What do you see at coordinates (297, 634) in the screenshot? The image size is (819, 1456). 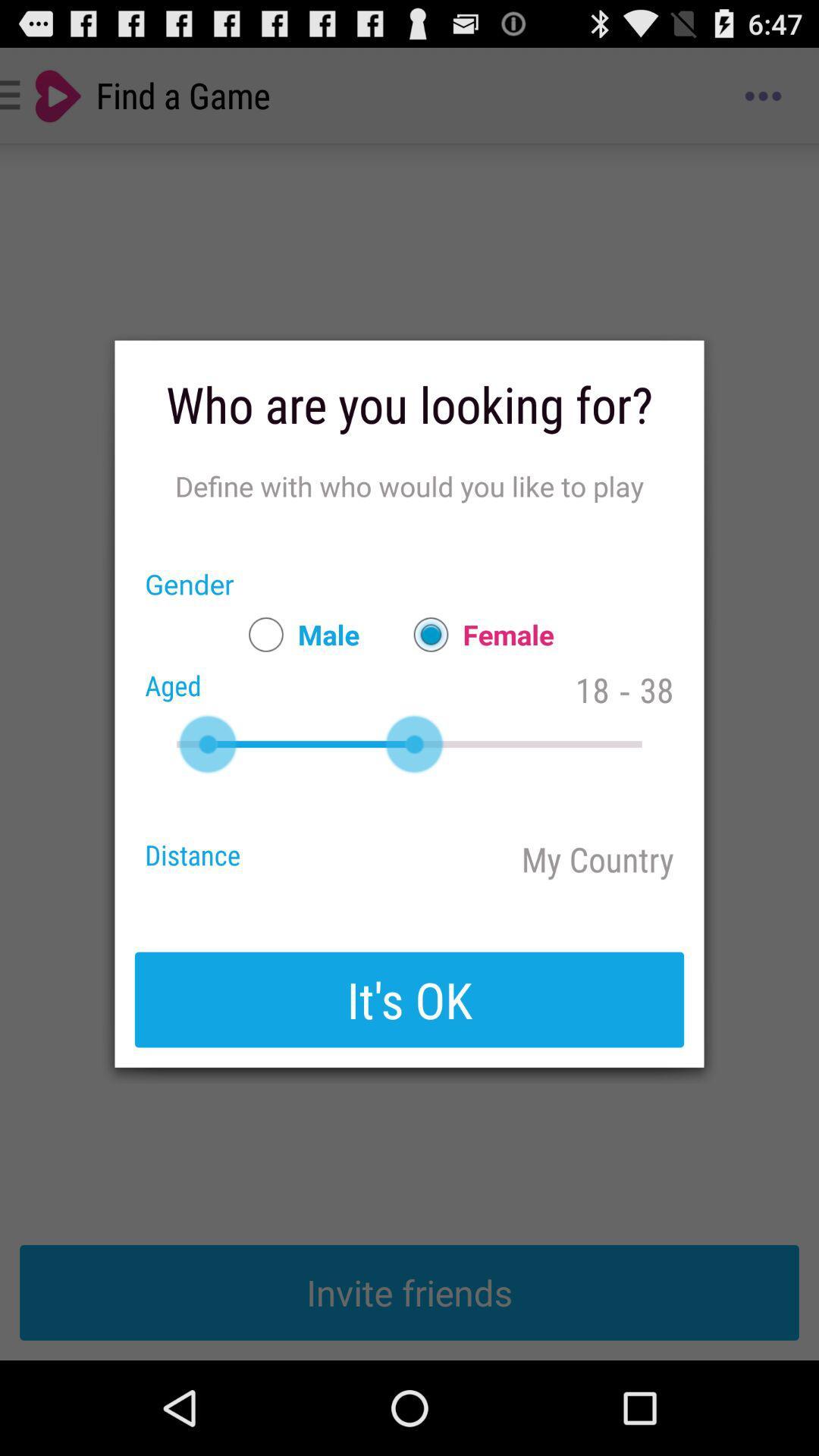 I see `the male item` at bounding box center [297, 634].